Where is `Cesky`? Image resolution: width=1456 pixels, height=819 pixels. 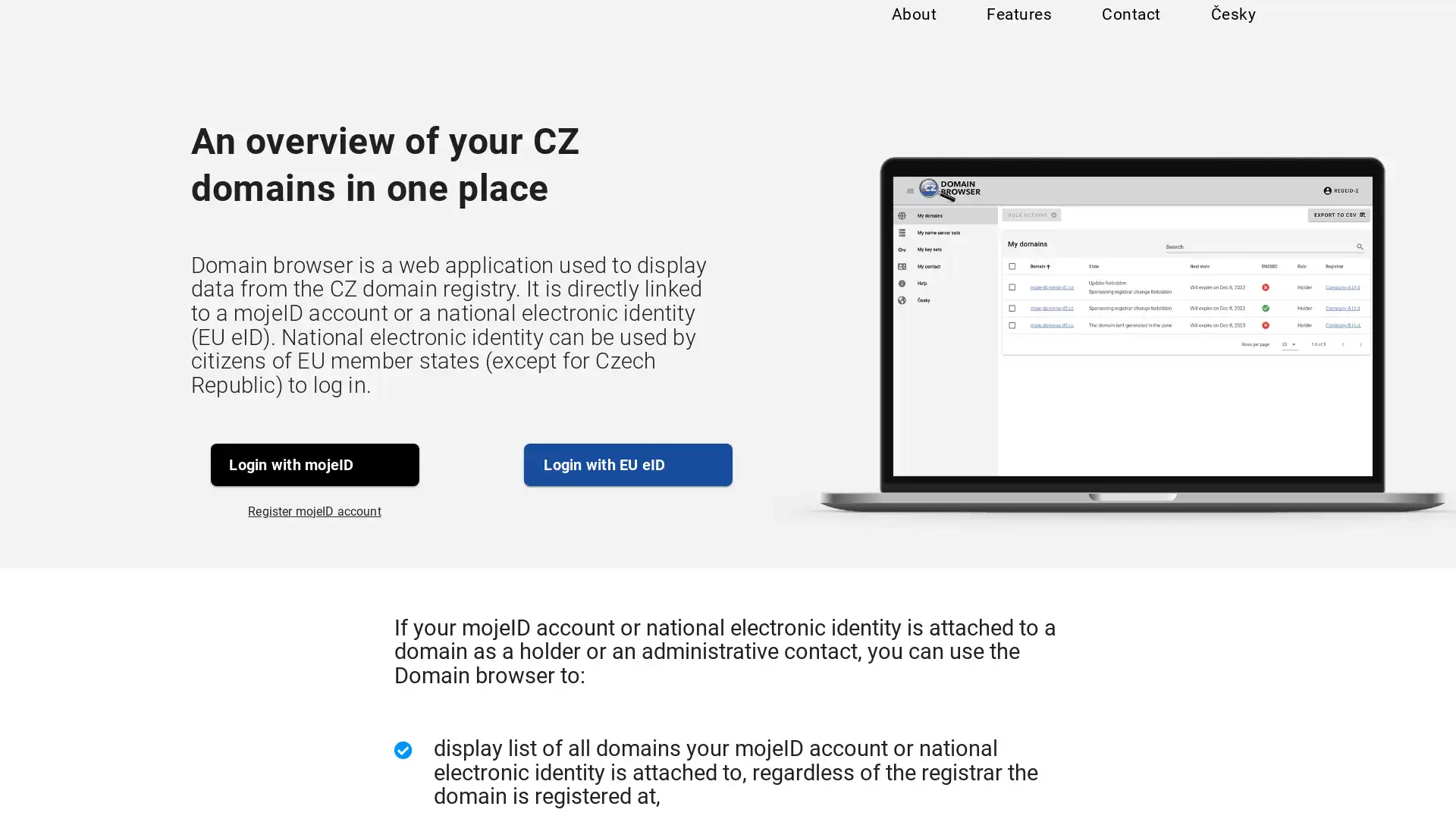 Cesky is located at coordinates (1232, 32).